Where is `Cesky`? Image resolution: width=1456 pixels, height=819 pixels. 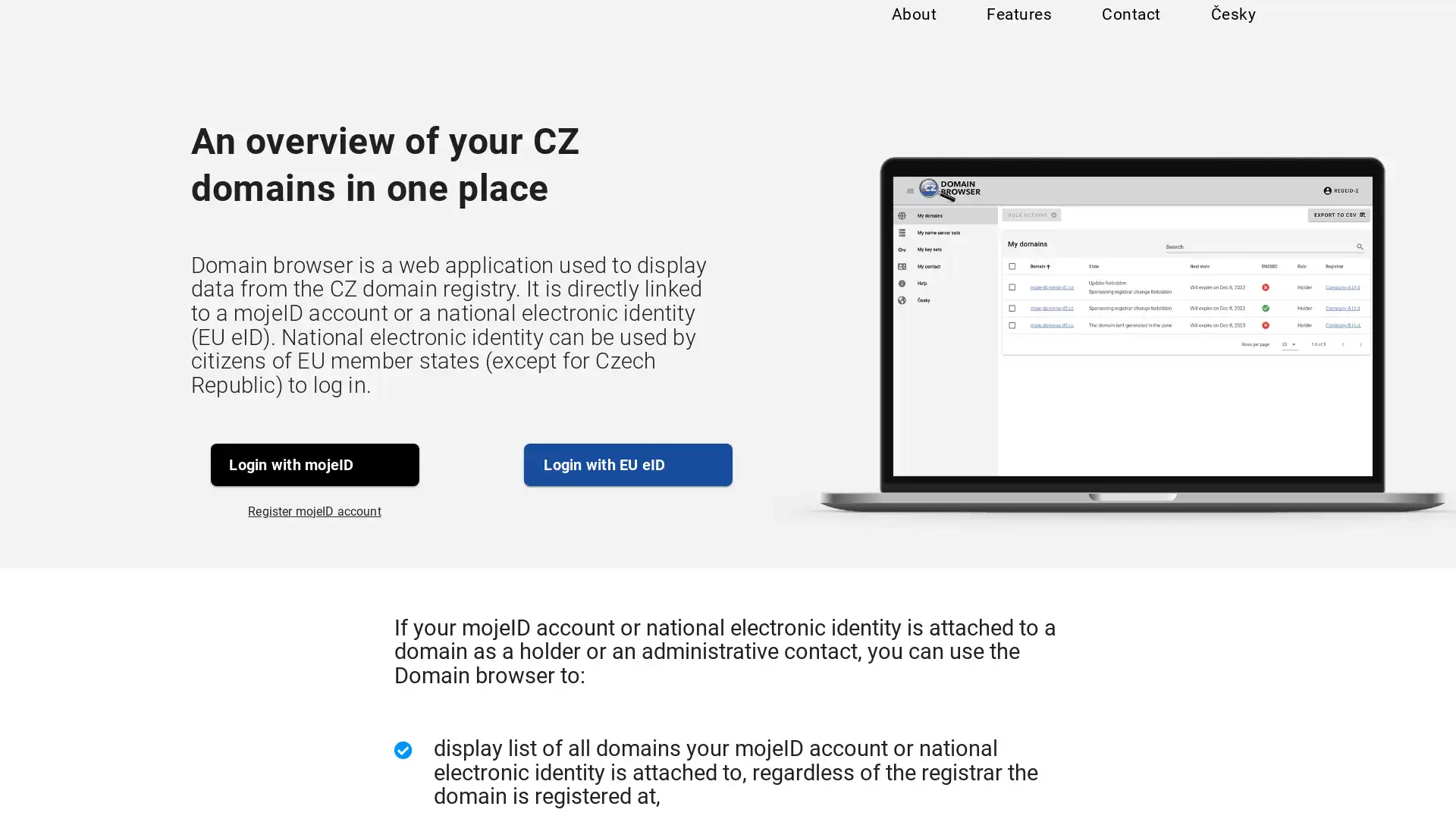 Cesky is located at coordinates (1232, 32).